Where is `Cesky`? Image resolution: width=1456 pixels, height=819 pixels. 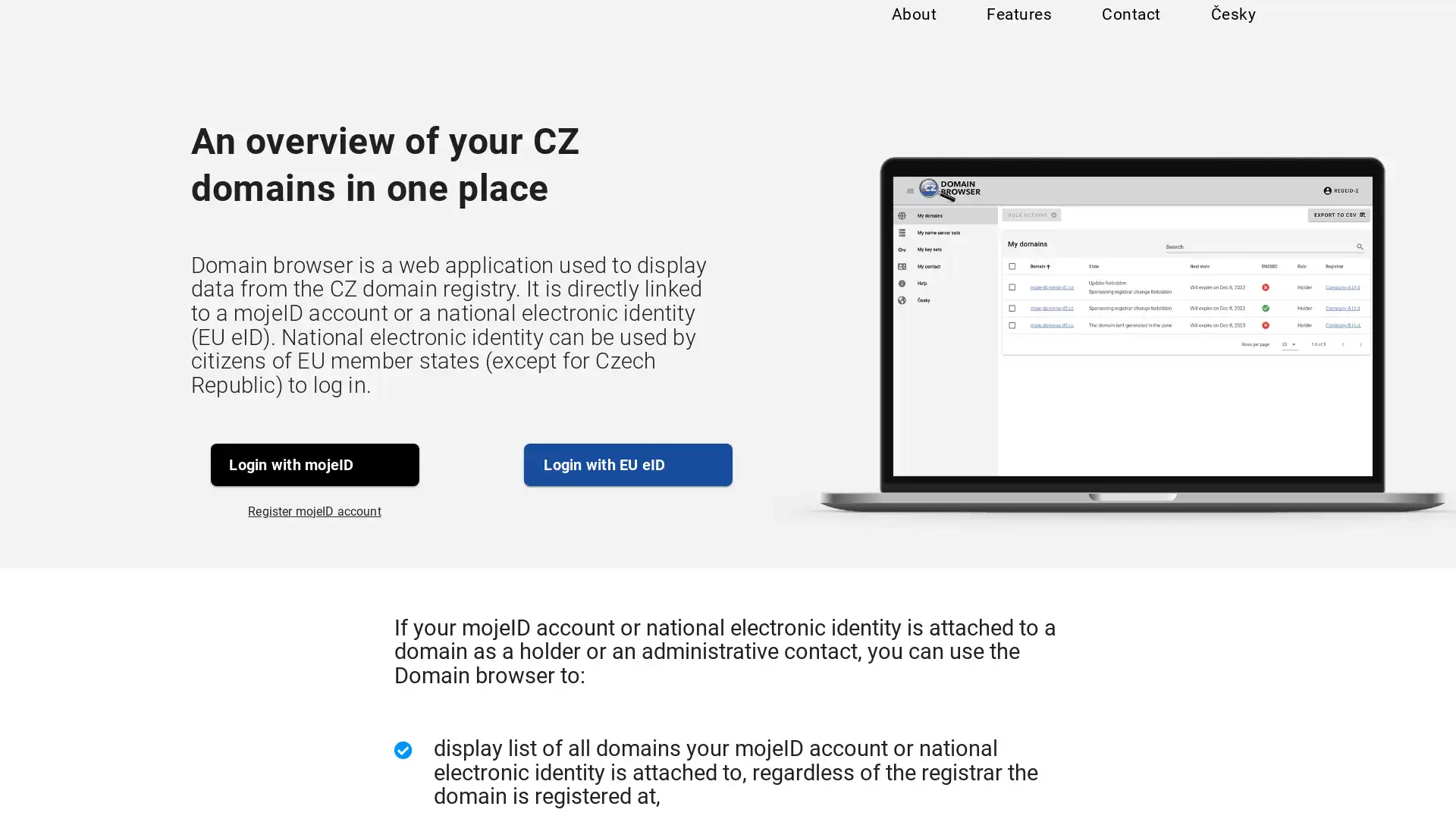 Cesky is located at coordinates (1232, 32).